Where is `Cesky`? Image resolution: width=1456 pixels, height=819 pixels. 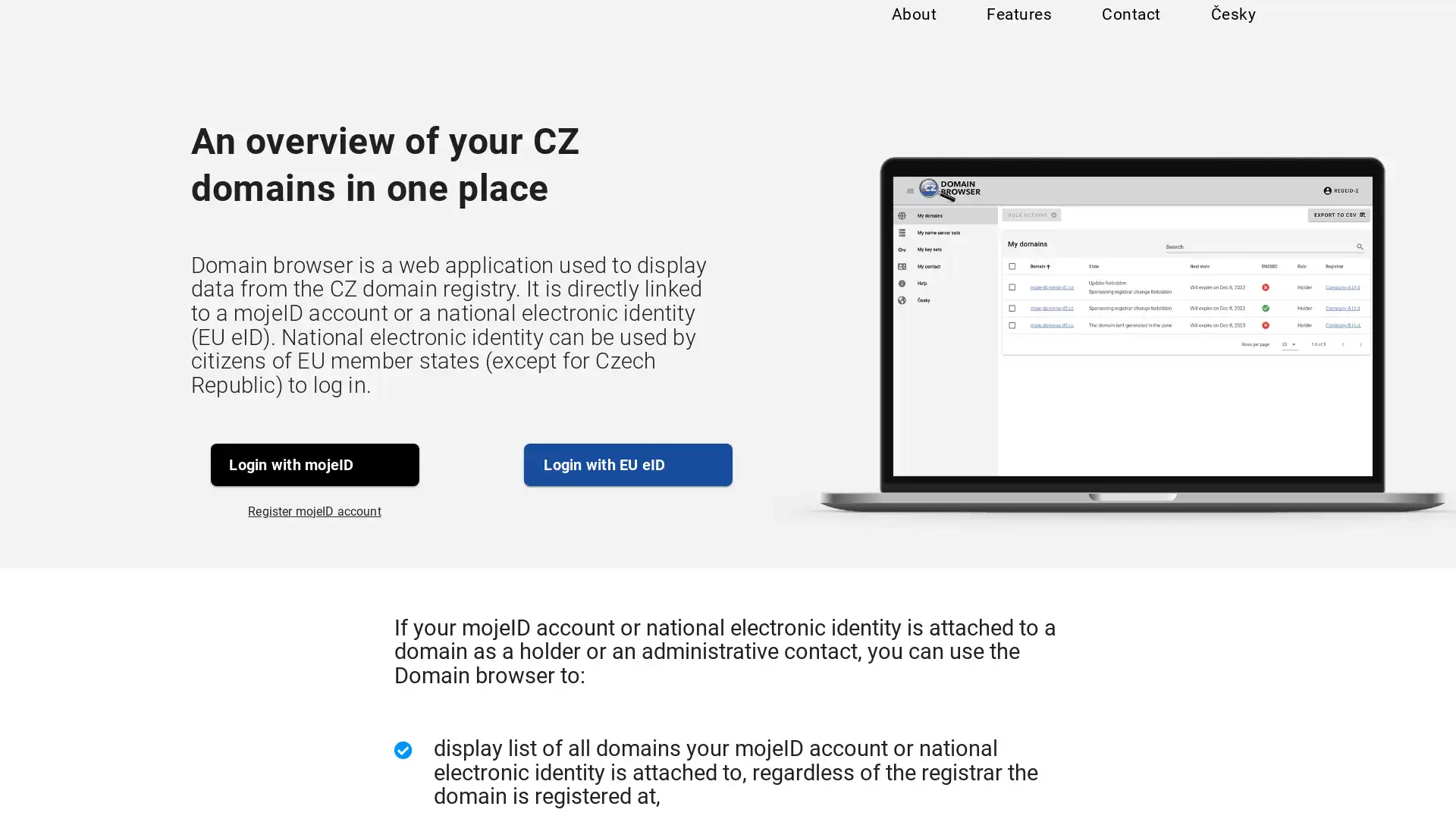 Cesky is located at coordinates (1232, 32).